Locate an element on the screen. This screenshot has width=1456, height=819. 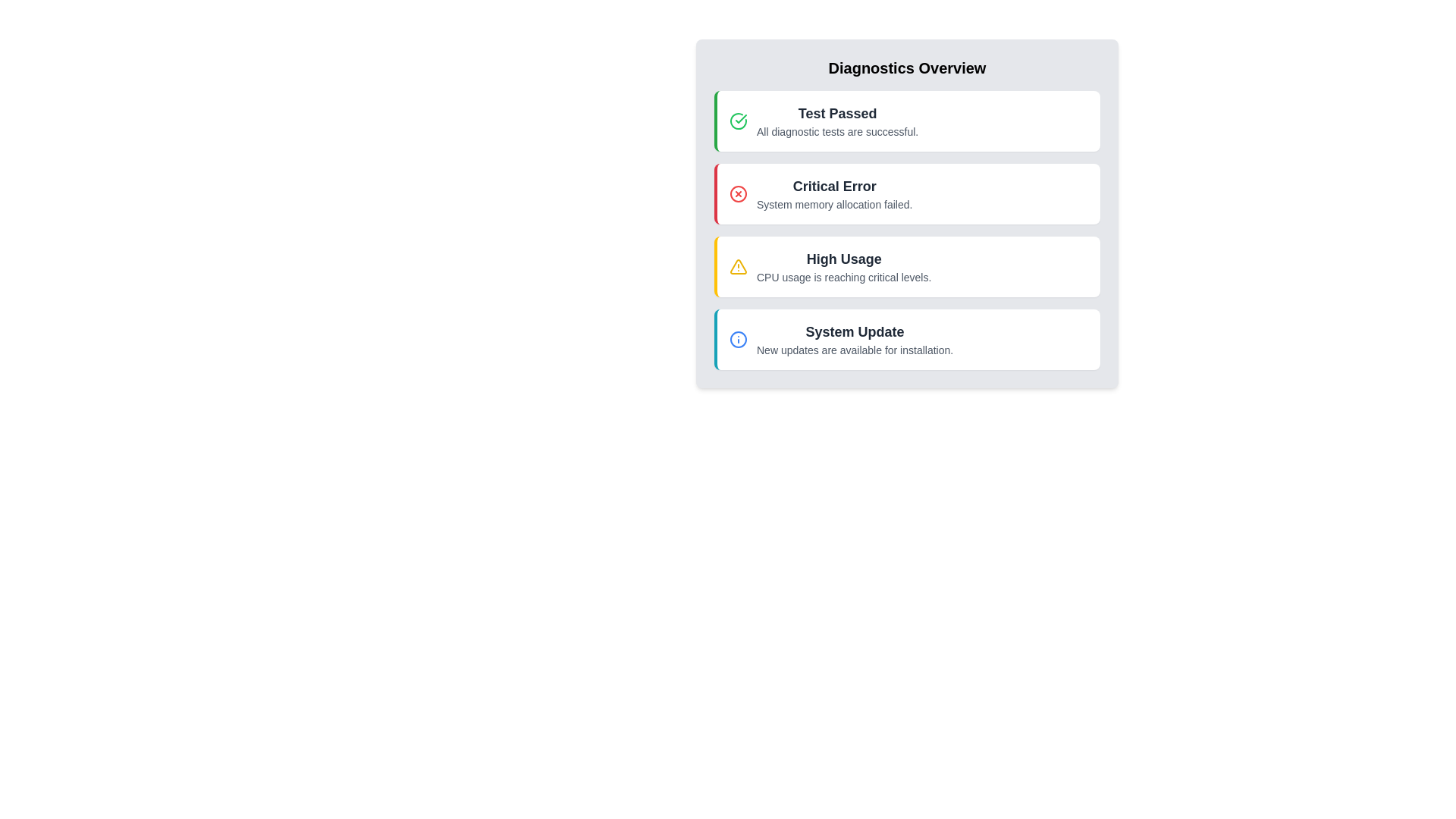
the last notification in the 'Diagnostics Overview' box, which features a bold title 'System Update' and a blue left border is located at coordinates (908, 338).